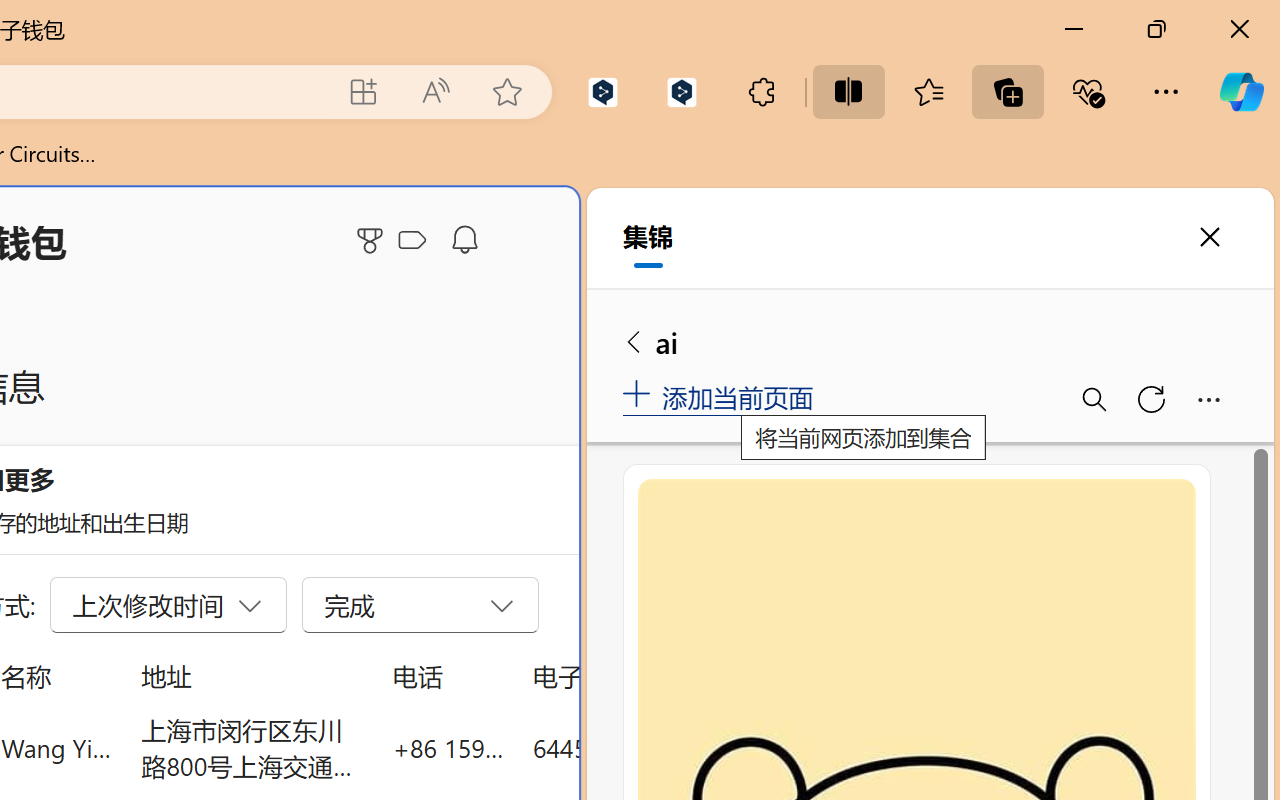  What do you see at coordinates (447, 747) in the screenshot?
I see `'+86 159 0032 4640'` at bounding box center [447, 747].